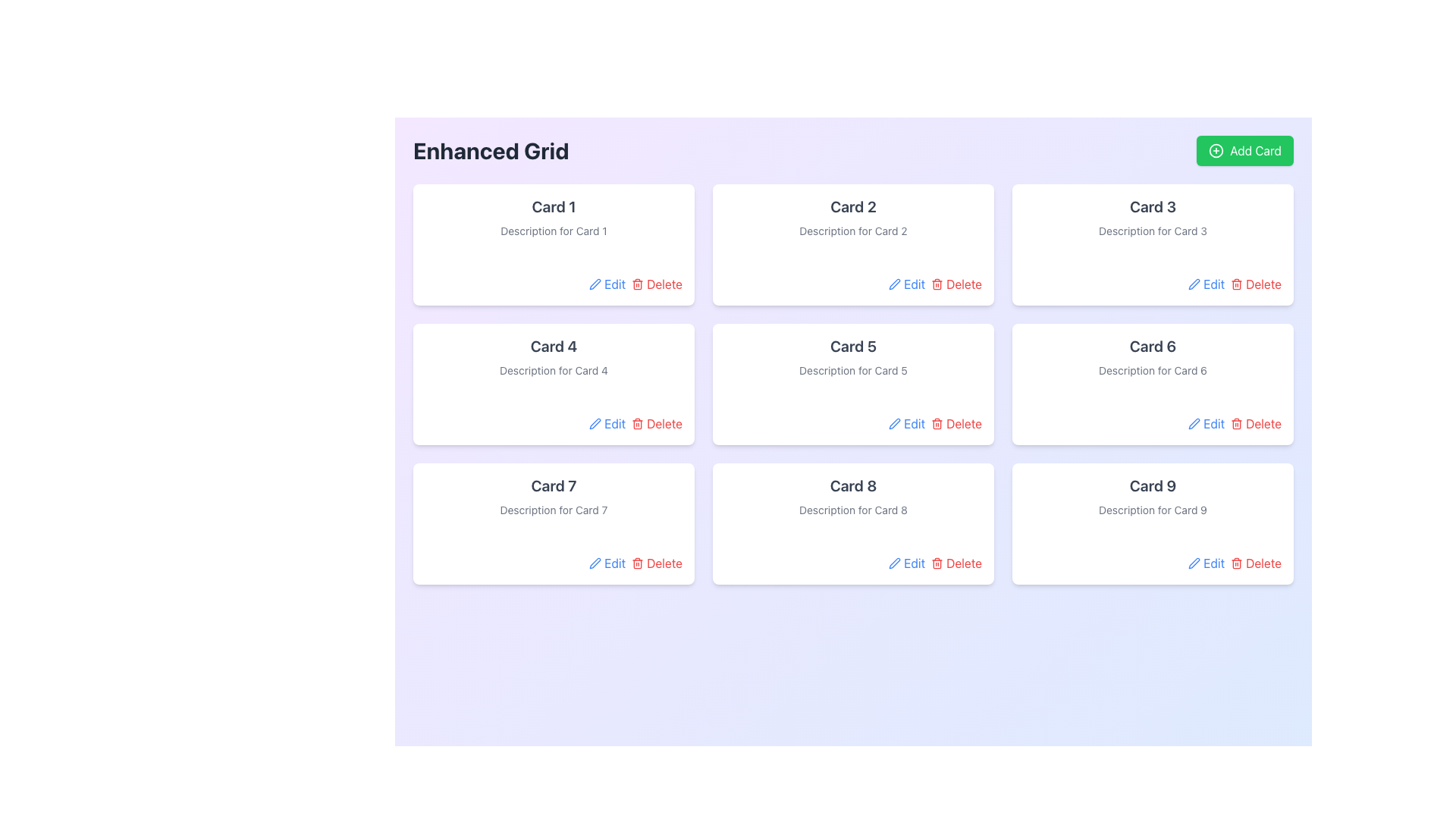 This screenshot has height=819, width=1456. Describe the element at coordinates (1153, 485) in the screenshot. I see `the text label reading 'Card 9', which is in bold and large font style, located at the top of the ninth card in a grid layout` at that location.